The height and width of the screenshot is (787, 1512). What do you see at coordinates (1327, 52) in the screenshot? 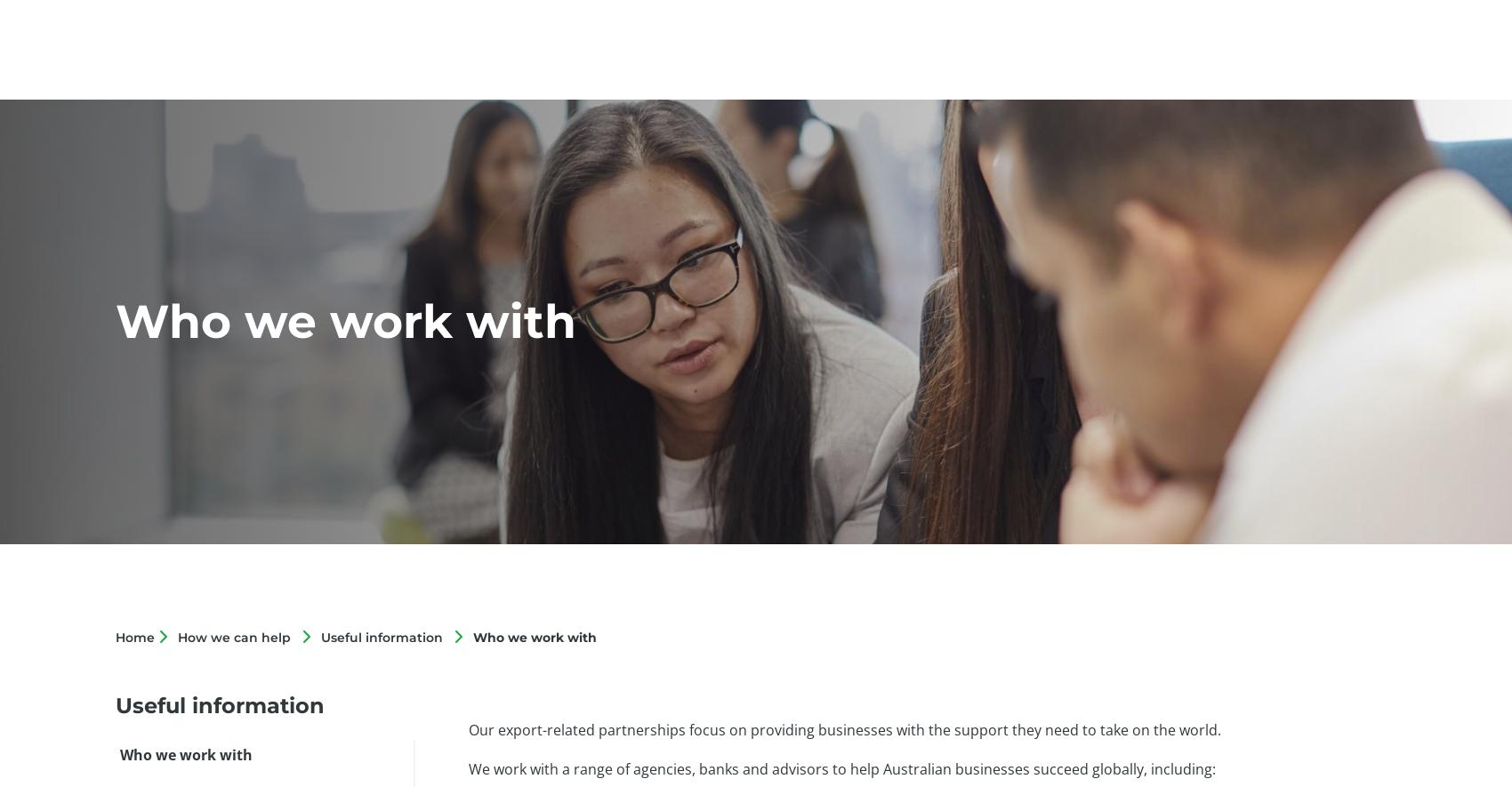
I see `'Contact us'` at bounding box center [1327, 52].